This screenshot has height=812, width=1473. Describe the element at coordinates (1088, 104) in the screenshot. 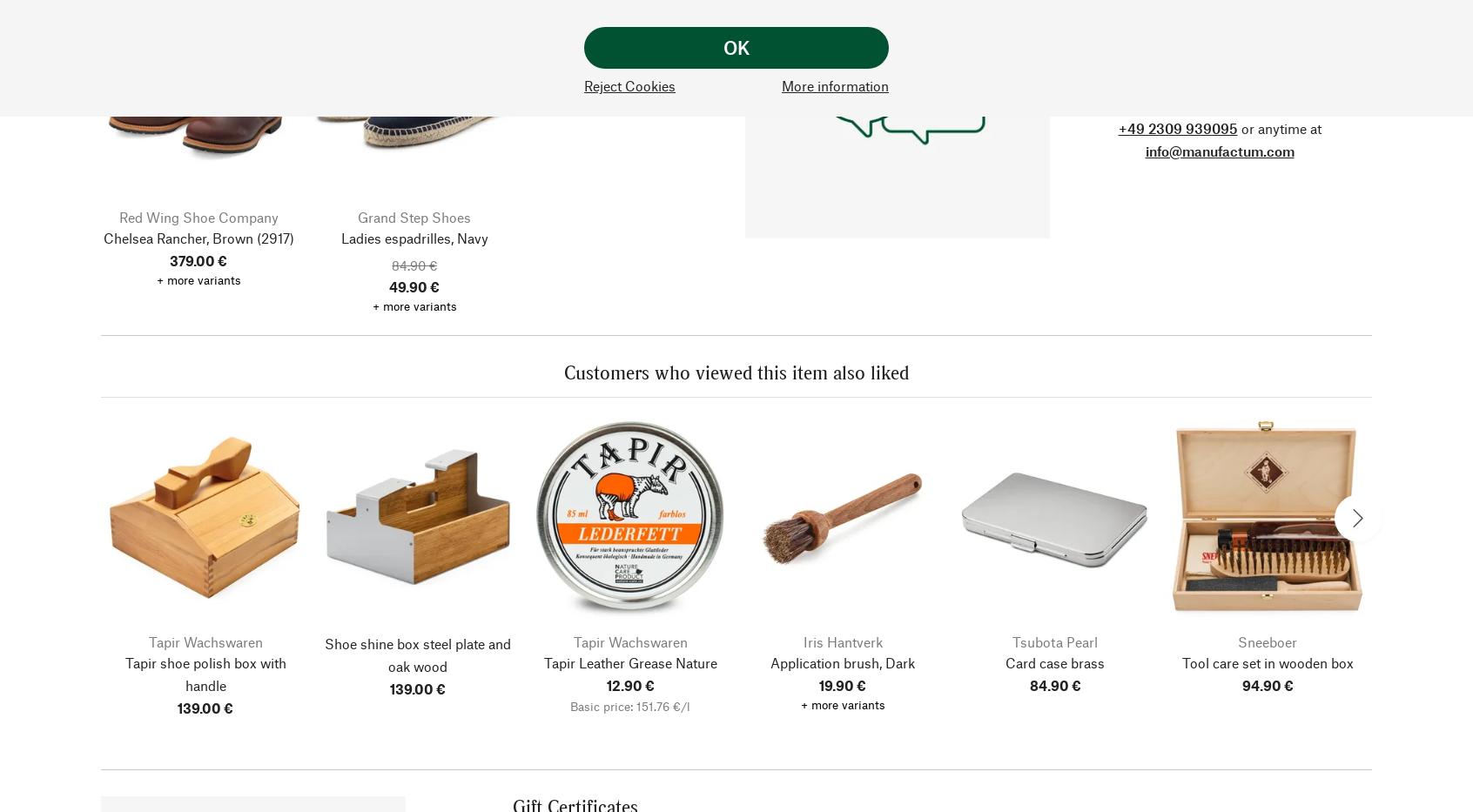

I see `'You can reach us from Monday to Friday at'` at that location.